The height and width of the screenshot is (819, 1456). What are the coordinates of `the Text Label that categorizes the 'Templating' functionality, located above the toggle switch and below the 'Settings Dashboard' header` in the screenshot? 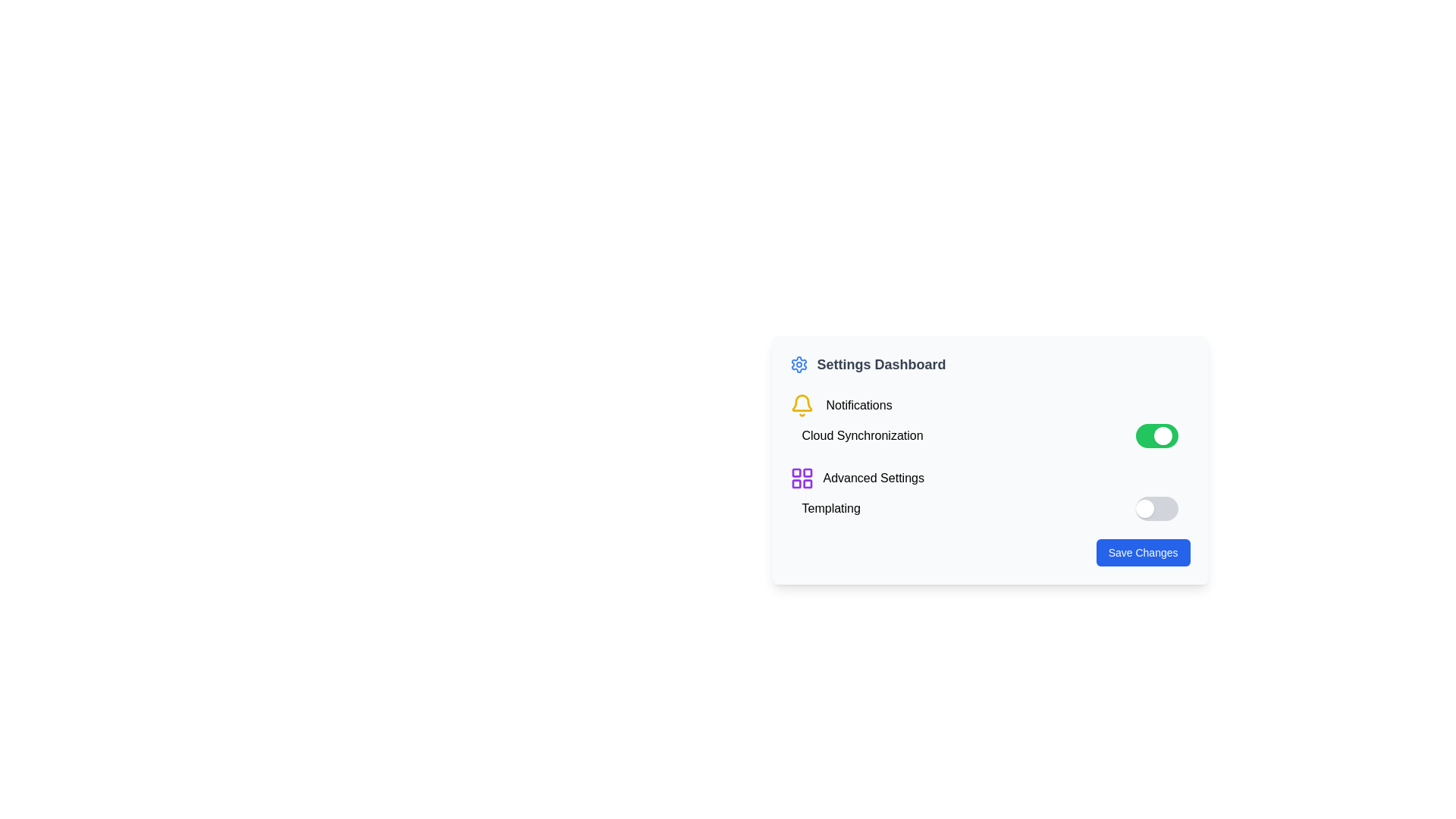 It's located at (830, 509).